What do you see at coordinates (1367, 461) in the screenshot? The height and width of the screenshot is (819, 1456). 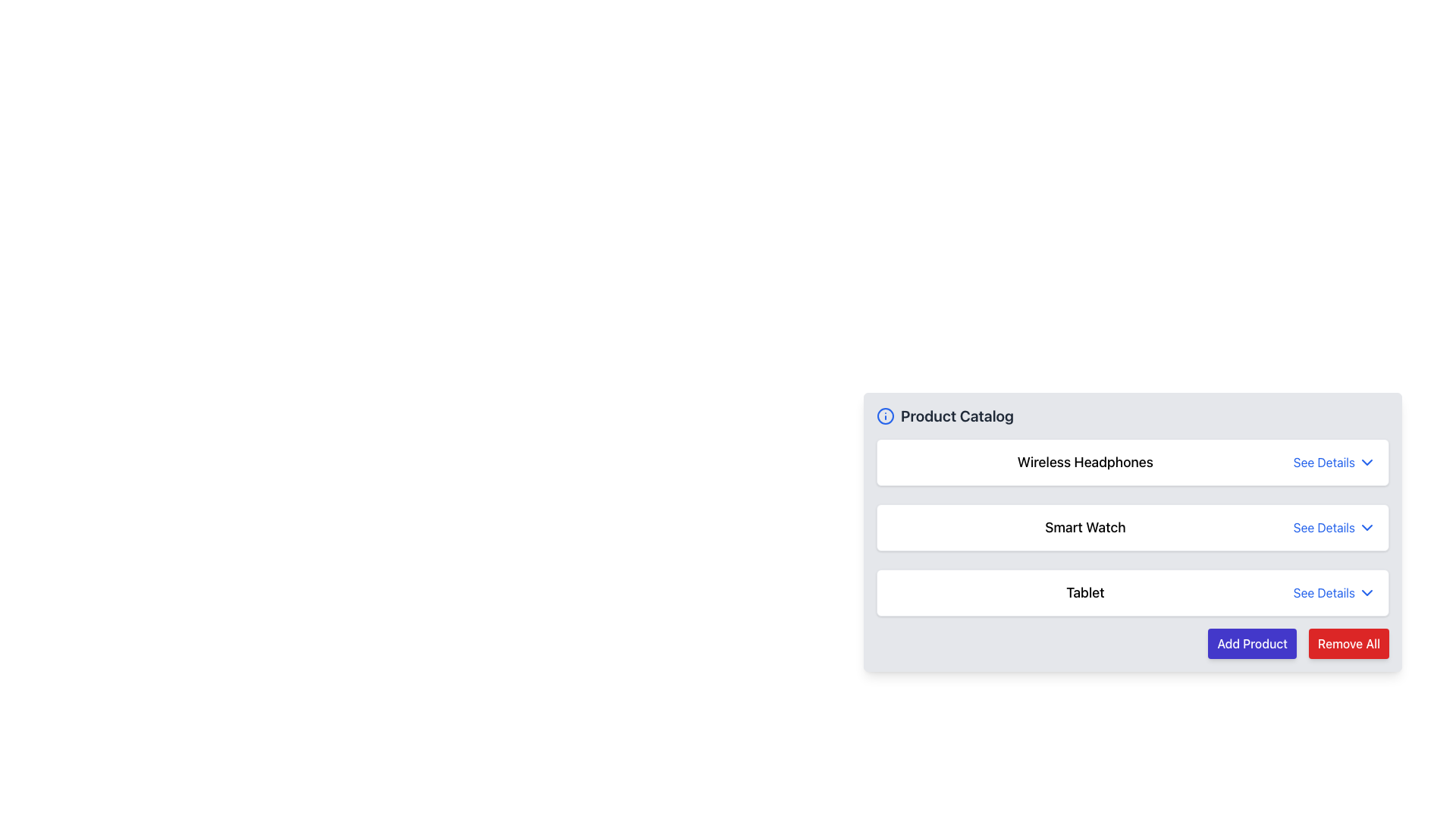 I see `the expandable content icon located at the top-right corner of the first item's row, which is adjacent to the text 'See Details'` at bounding box center [1367, 461].